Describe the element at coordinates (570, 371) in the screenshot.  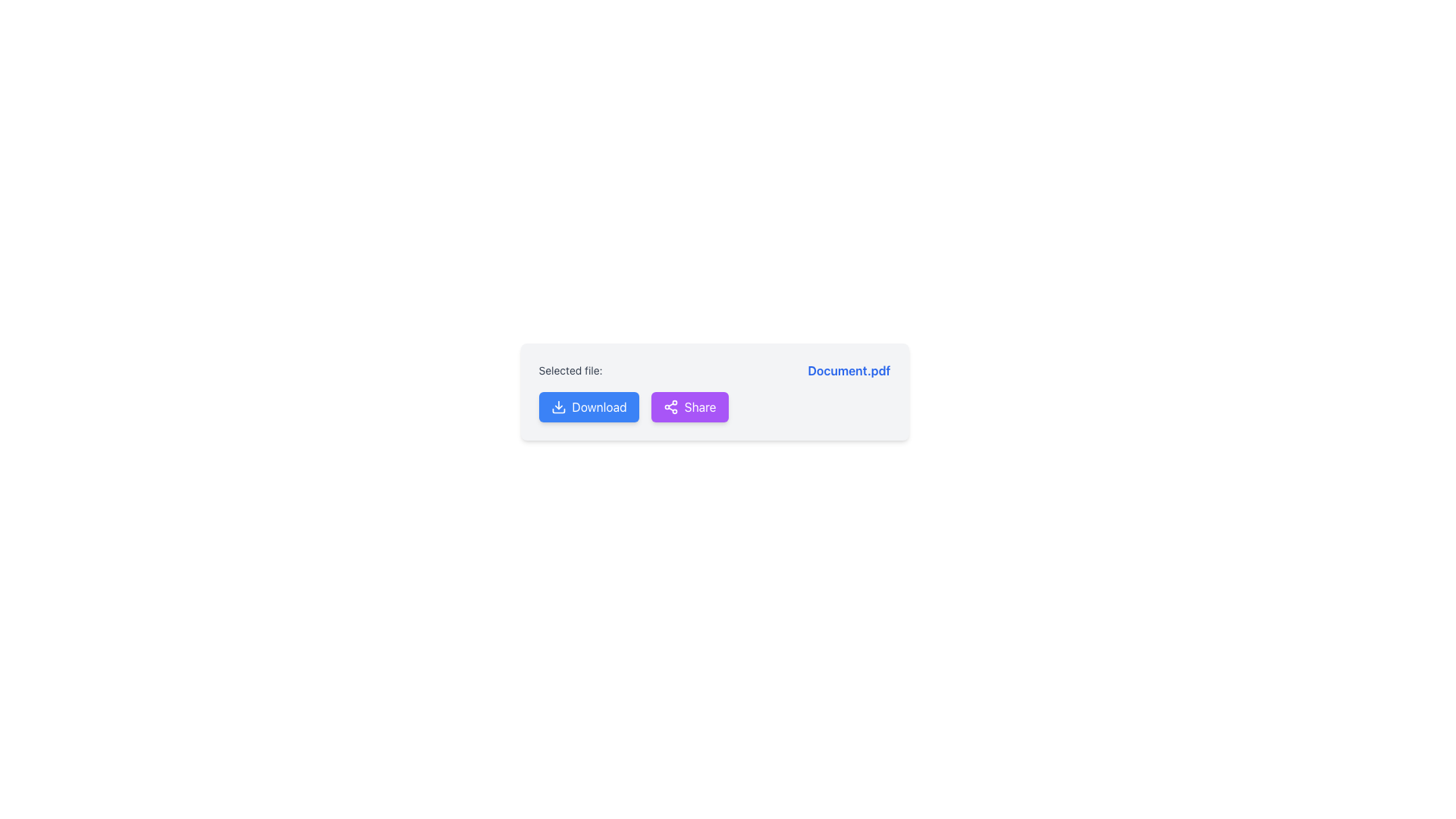
I see `the label text 'Selected file:' which is styled in gray and is part of a component containing the file name 'Document.pdf'` at that location.